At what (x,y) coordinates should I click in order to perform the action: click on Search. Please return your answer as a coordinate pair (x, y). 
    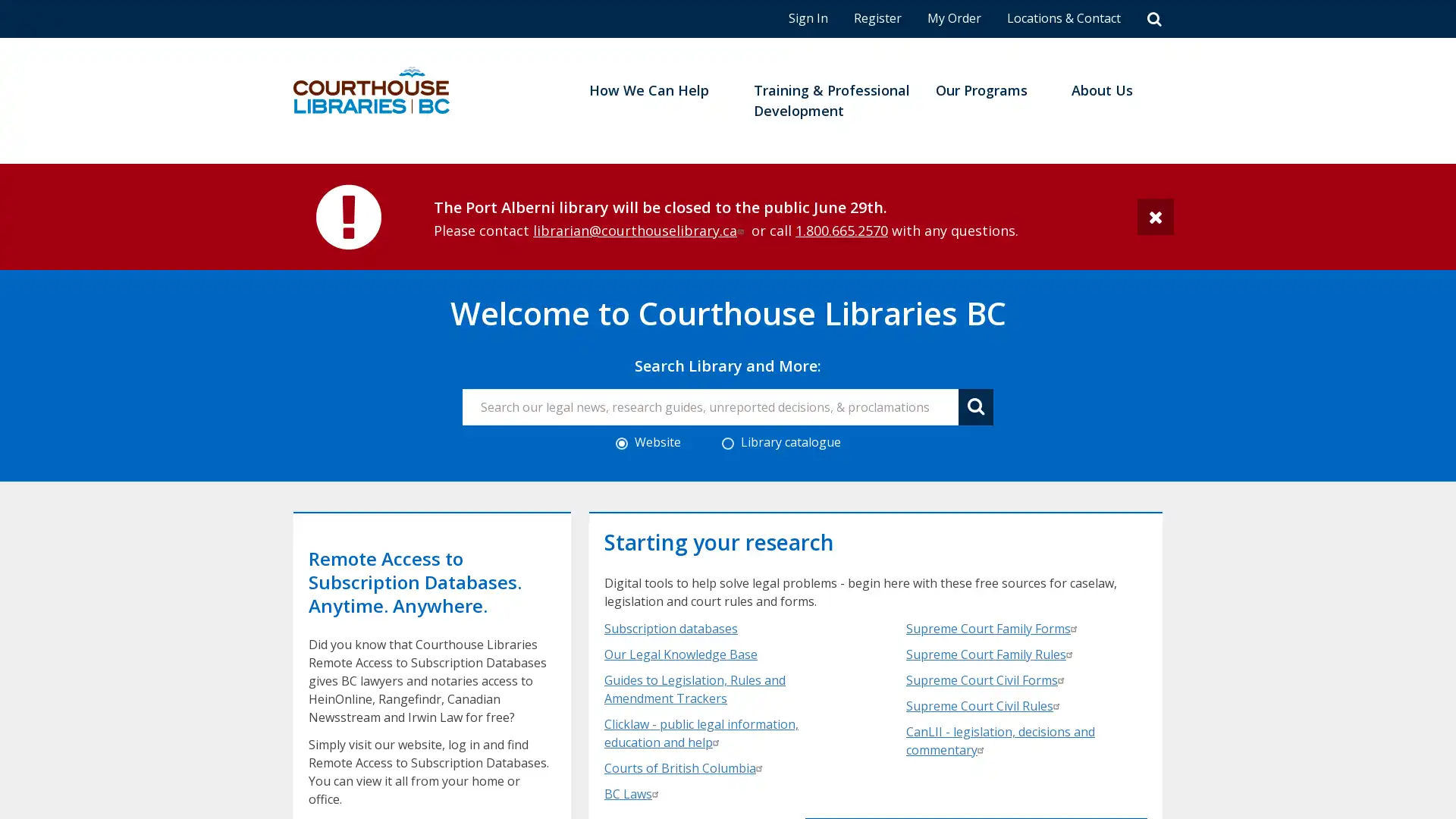
    Looking at the image, I should click on (1153, 18).